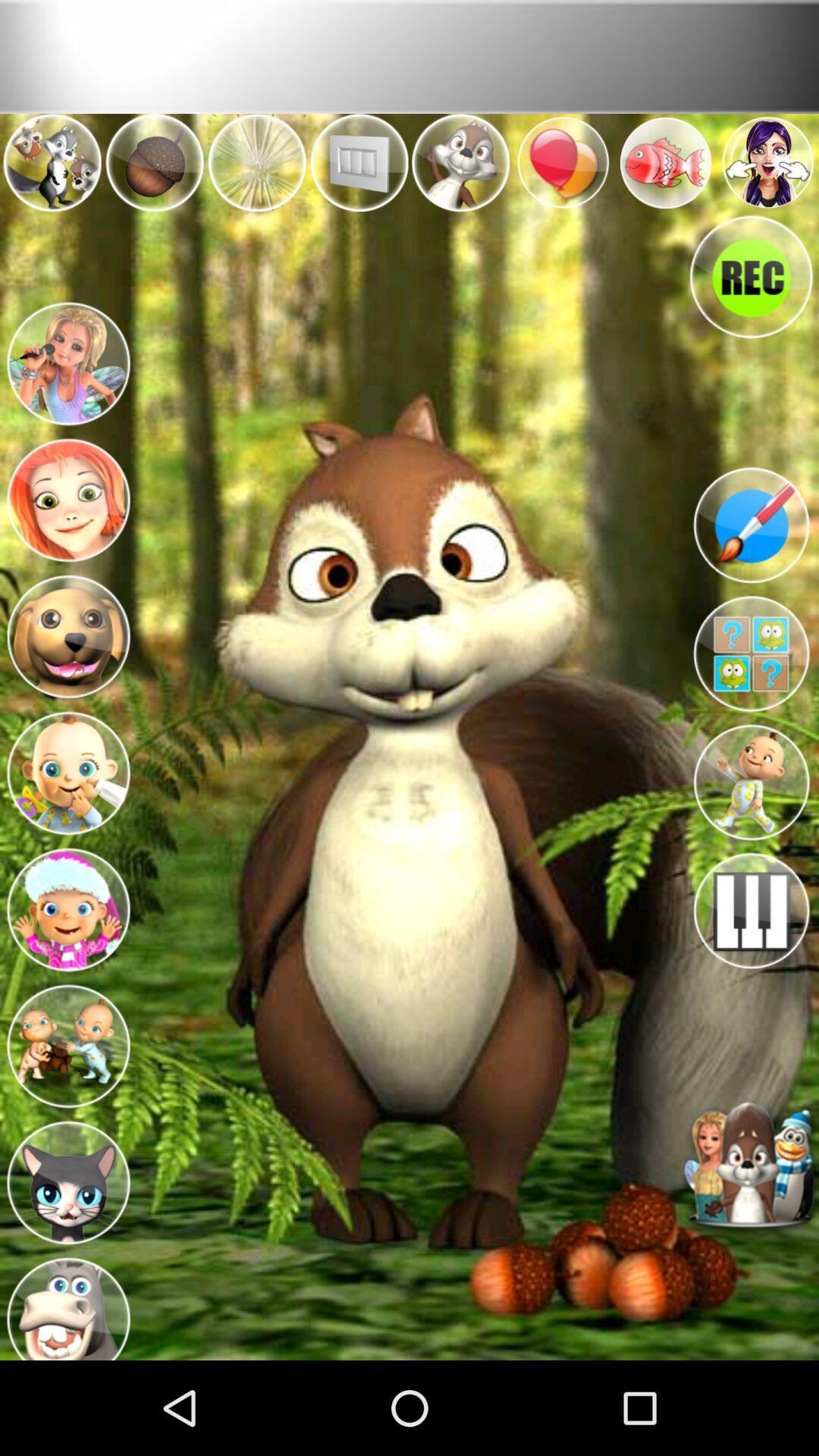 The image size is (819, 1456). I want to click on choose paint, so click(751, 525).